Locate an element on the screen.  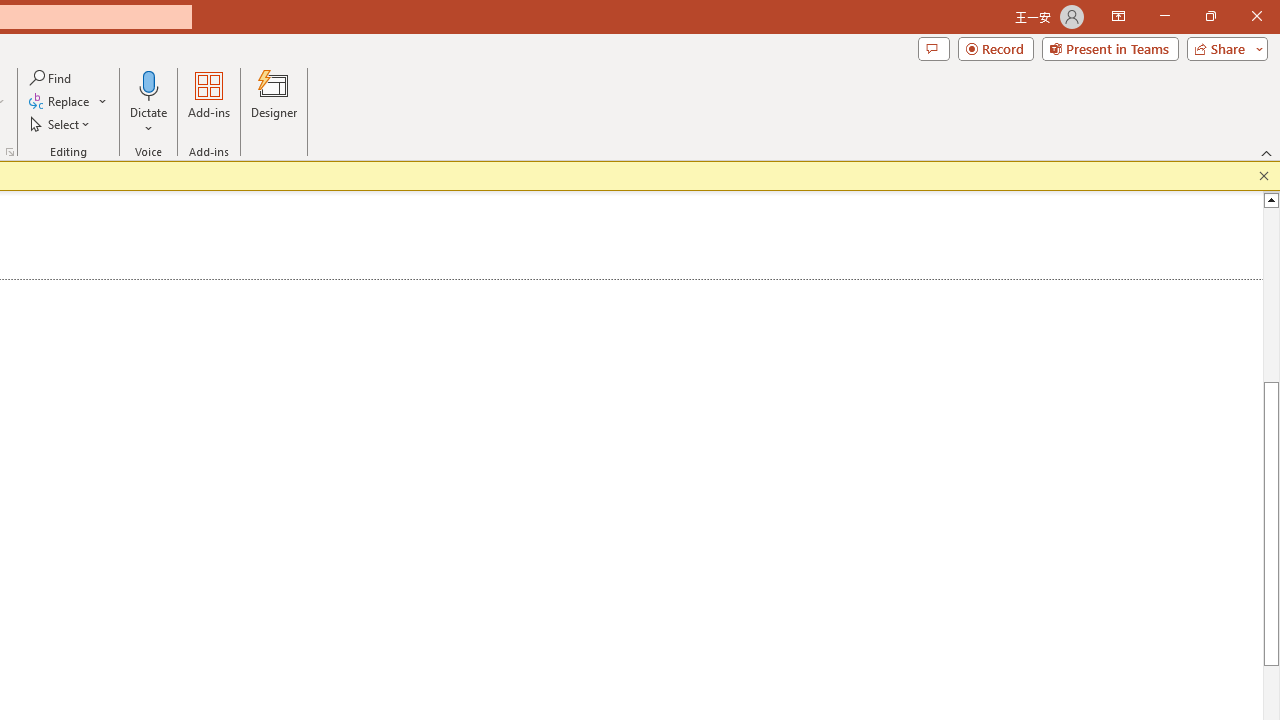
'Select' is located at coordinates (61, 124).